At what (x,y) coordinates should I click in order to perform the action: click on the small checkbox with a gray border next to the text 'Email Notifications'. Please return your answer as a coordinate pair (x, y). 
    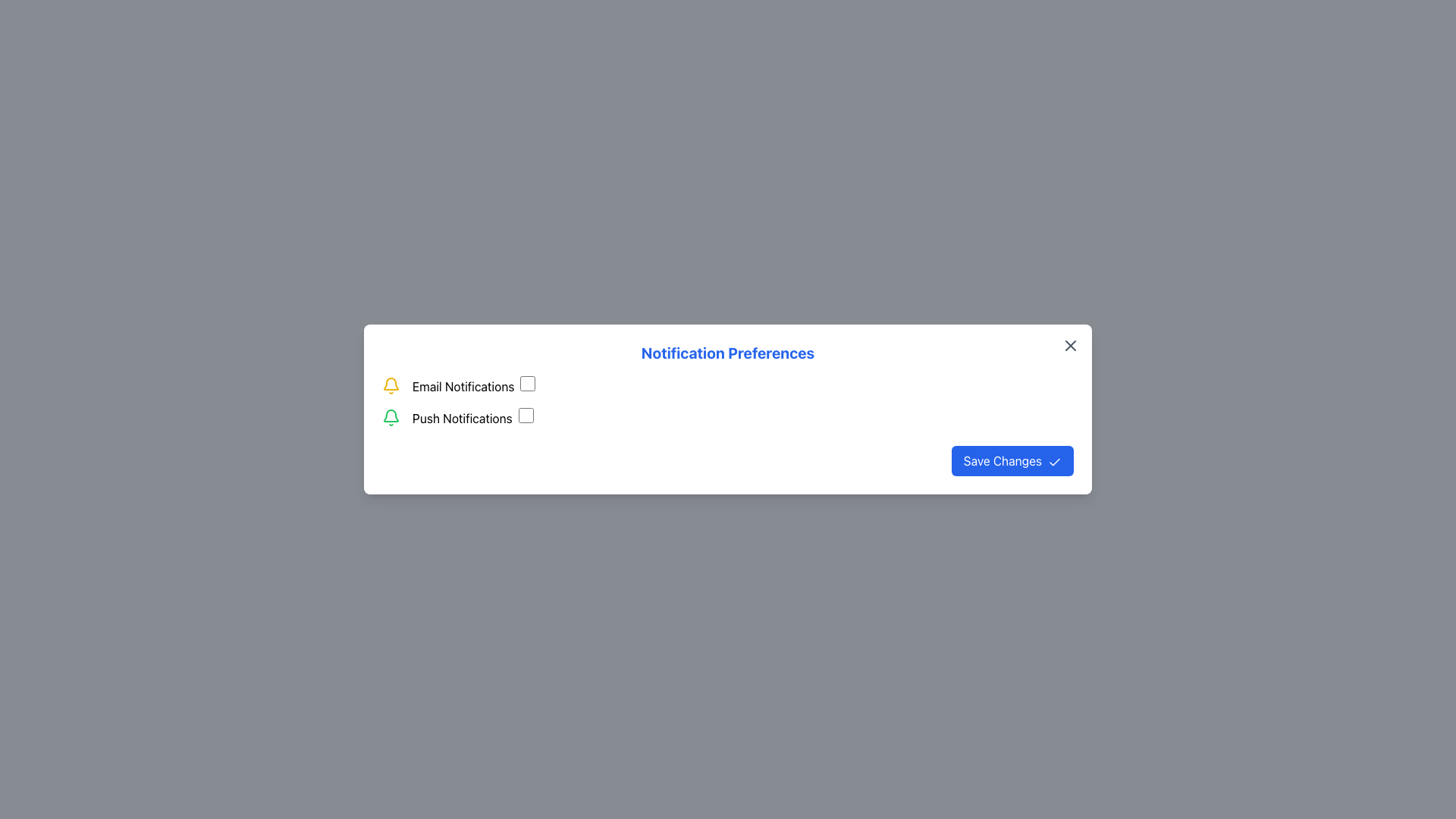
    Looking at the image, I should click on (528, 382).